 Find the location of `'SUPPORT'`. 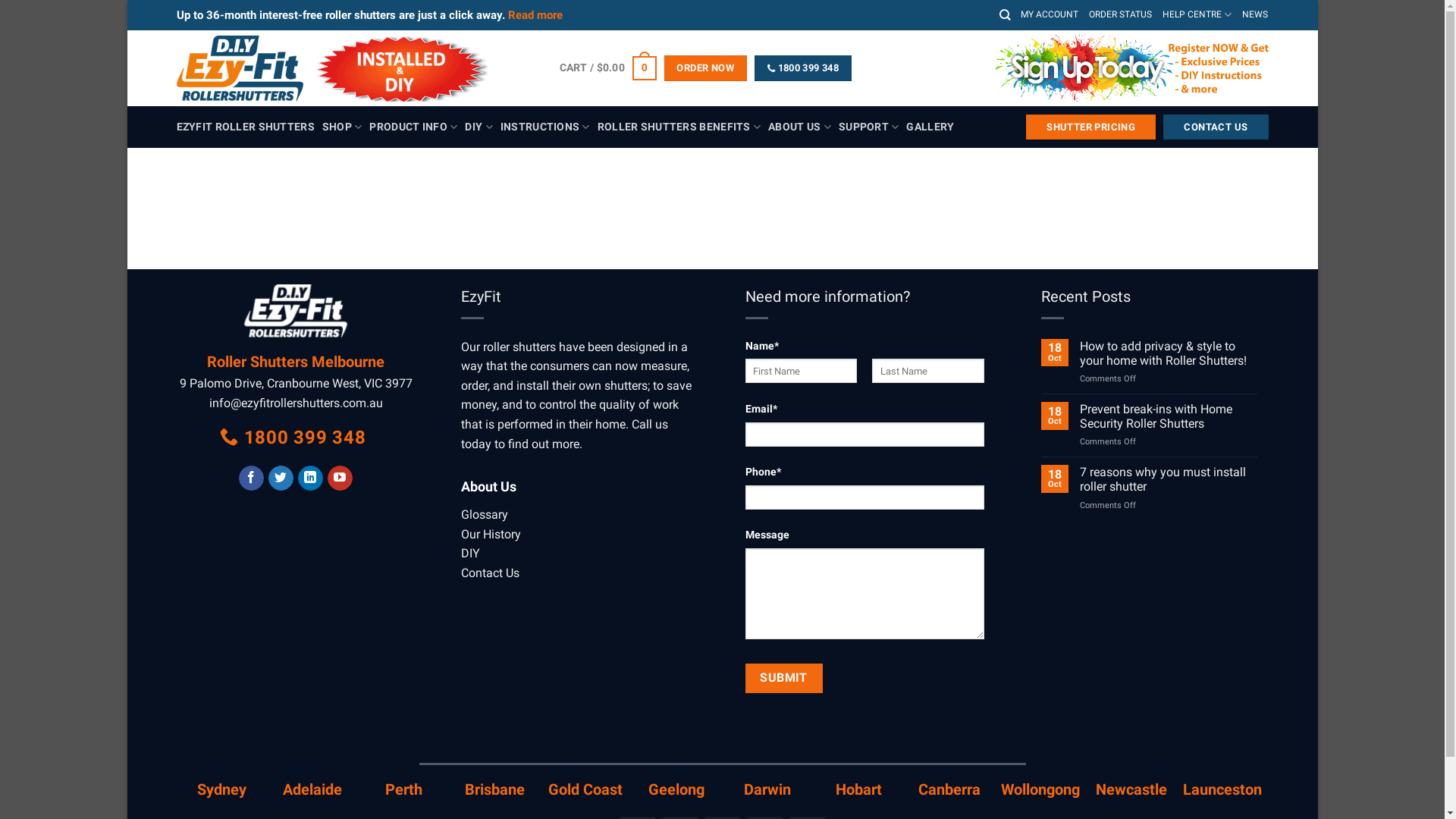

'SUPPORT' is located at coordinates (869, 126).